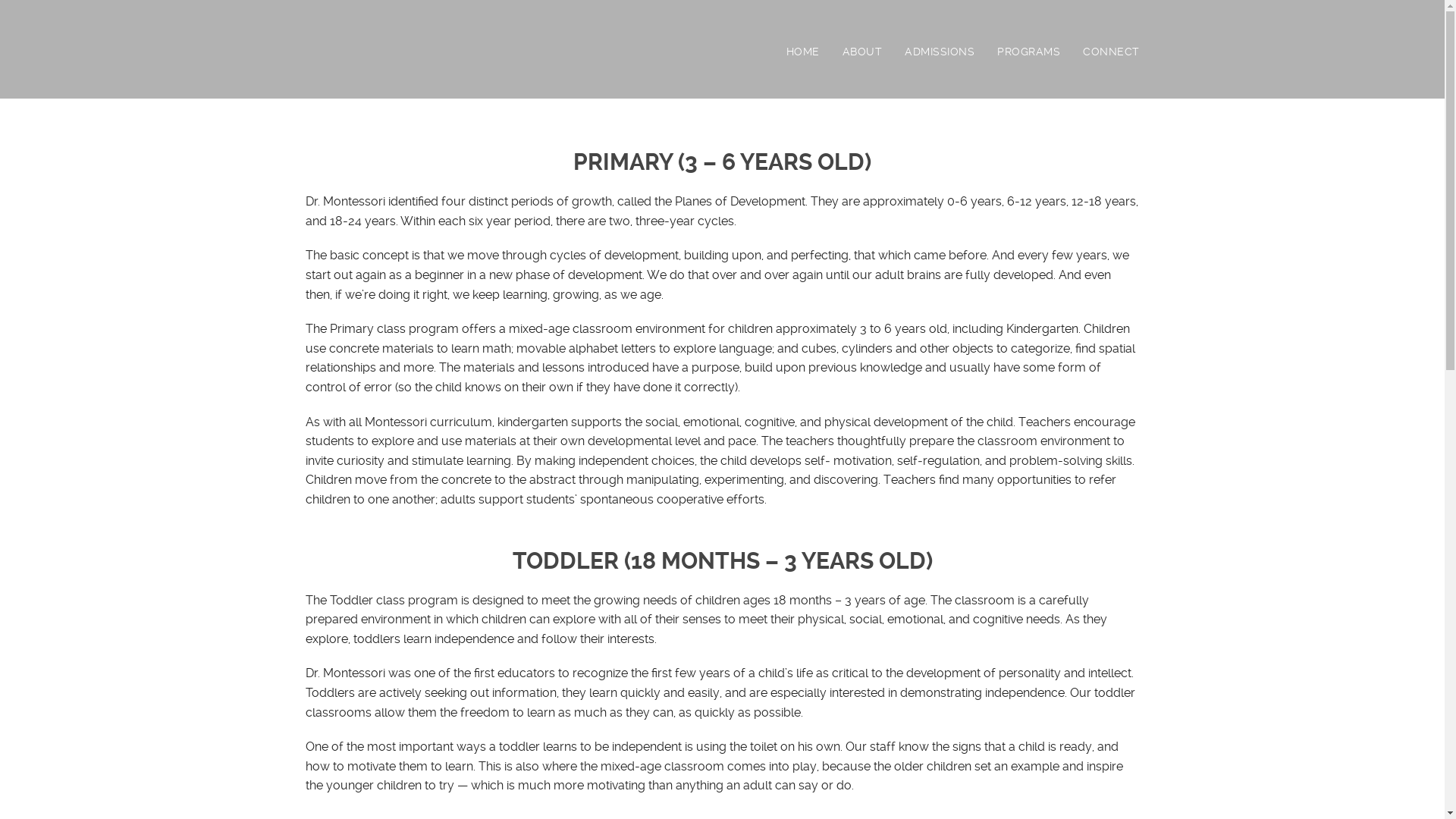  What do you see at coordinates (1111, 51) in the screenshot?
I see `'CONNECT'` at bounding box center [1111, 51].